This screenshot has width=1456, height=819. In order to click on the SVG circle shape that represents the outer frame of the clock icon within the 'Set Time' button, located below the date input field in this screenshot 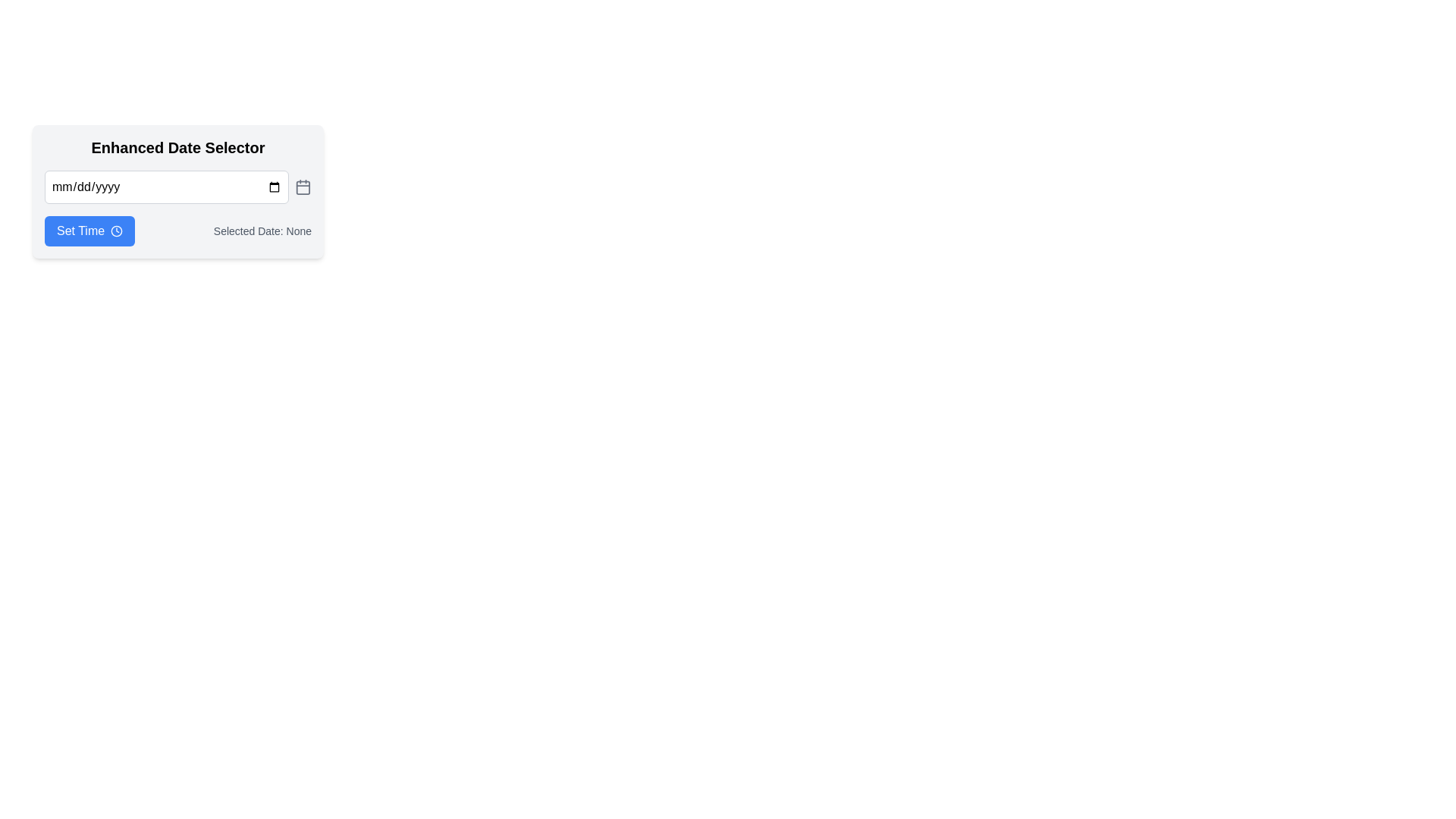, I will do `click(116, 231)`.